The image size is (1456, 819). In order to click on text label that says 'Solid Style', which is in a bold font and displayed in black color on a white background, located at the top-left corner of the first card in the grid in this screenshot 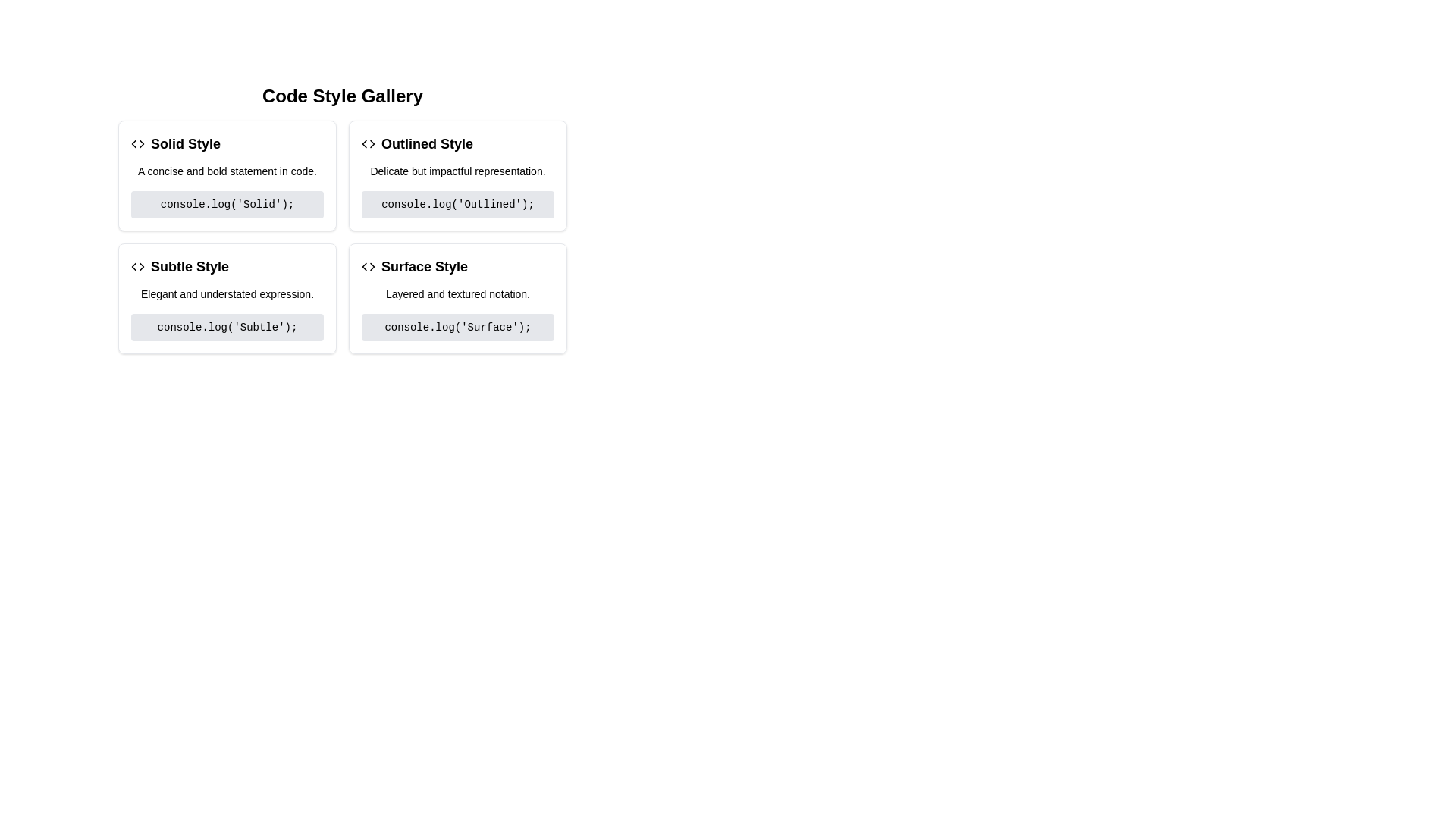, I will do `click(184, 143)`.